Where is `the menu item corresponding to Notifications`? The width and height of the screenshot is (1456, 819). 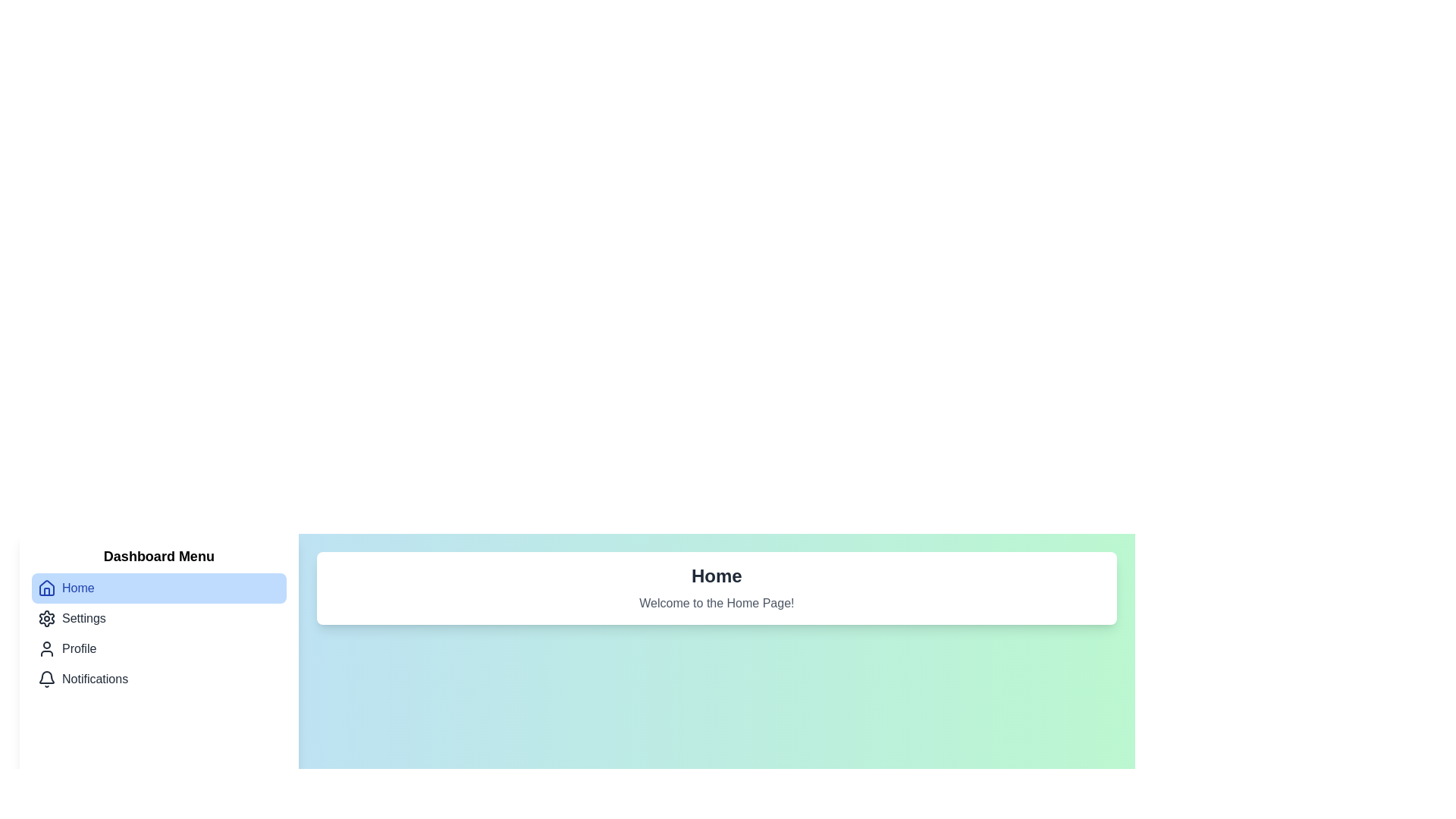 the menu item corresponding to Notifications is located at coordinates (158, 678).